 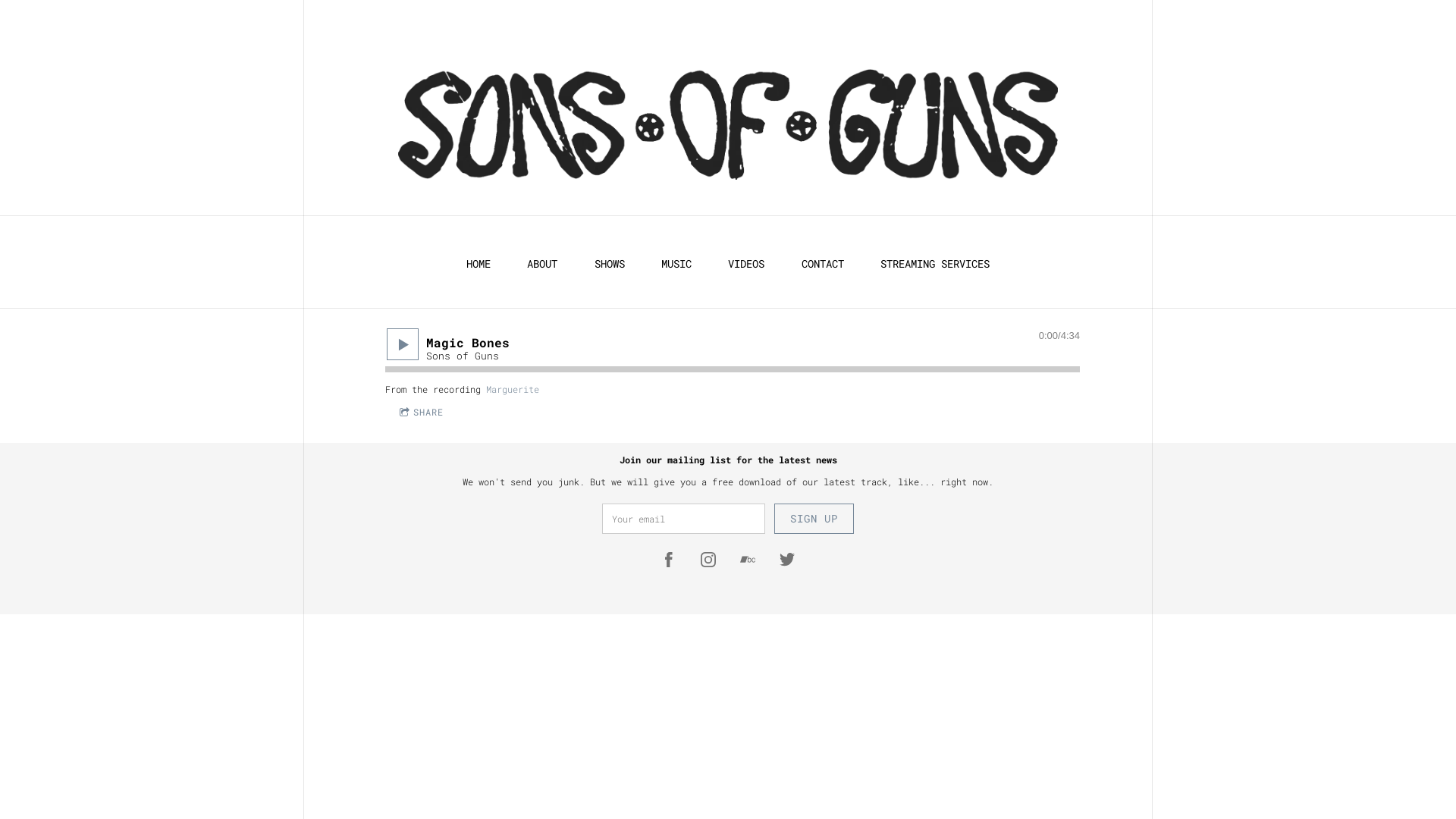 I want to click on 'ABOUT', so click(x=542, y=262).